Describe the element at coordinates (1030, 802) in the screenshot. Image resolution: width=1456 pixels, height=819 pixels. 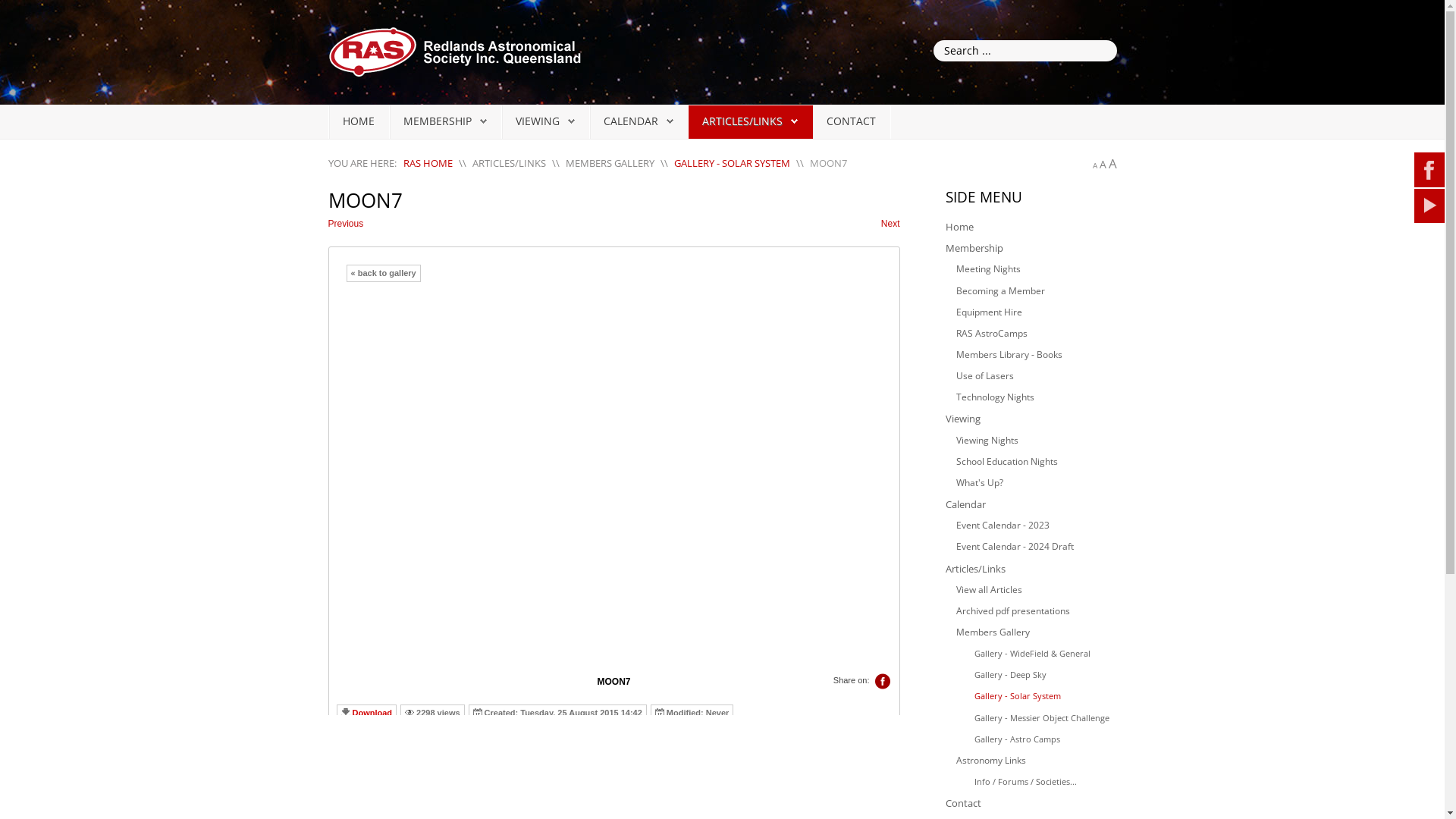
I see `'Contact'` at that location.